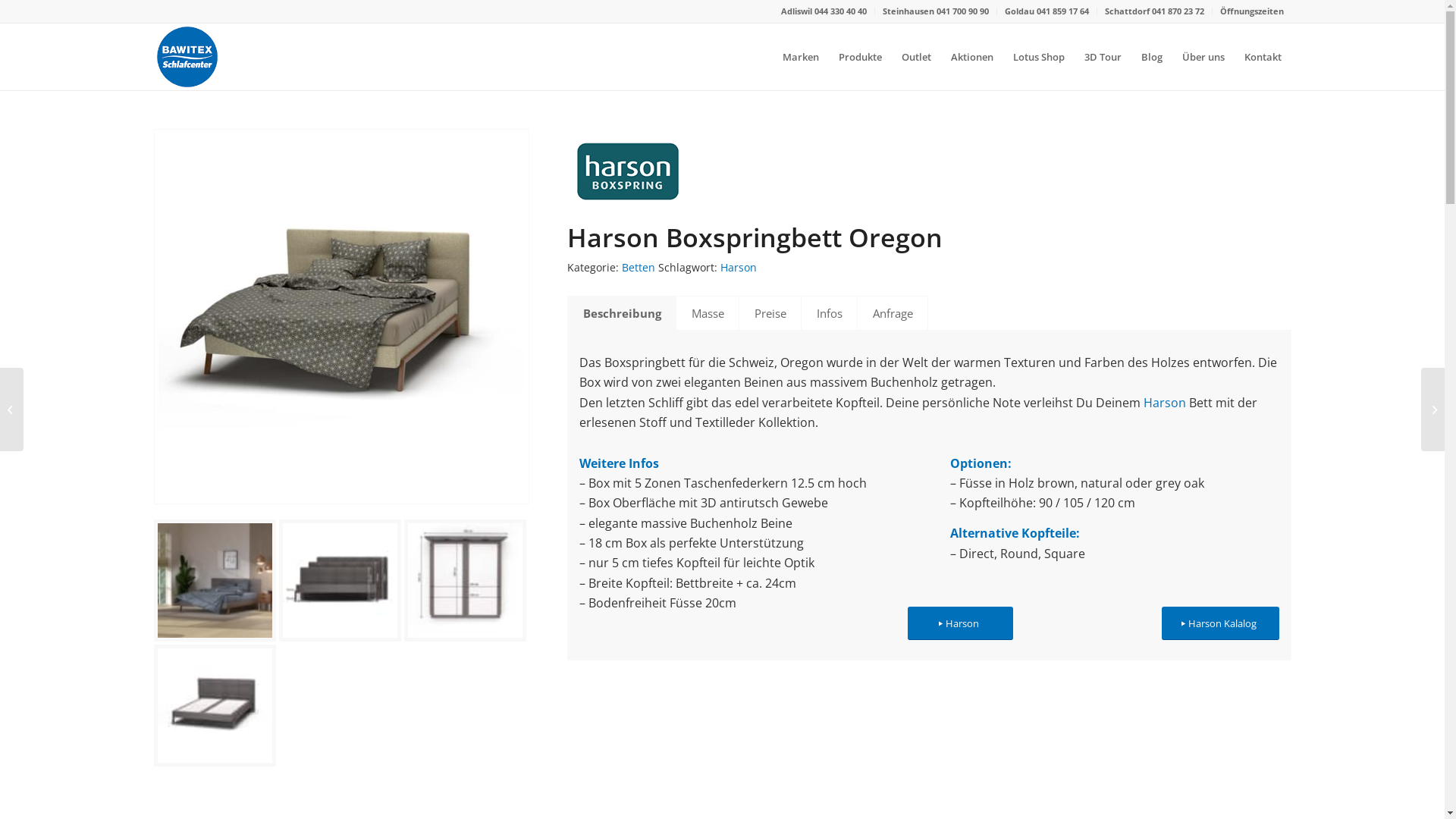 The height and width of the screenshot is (819, 1456). I want to click on 'Preise', so click(770, 312).